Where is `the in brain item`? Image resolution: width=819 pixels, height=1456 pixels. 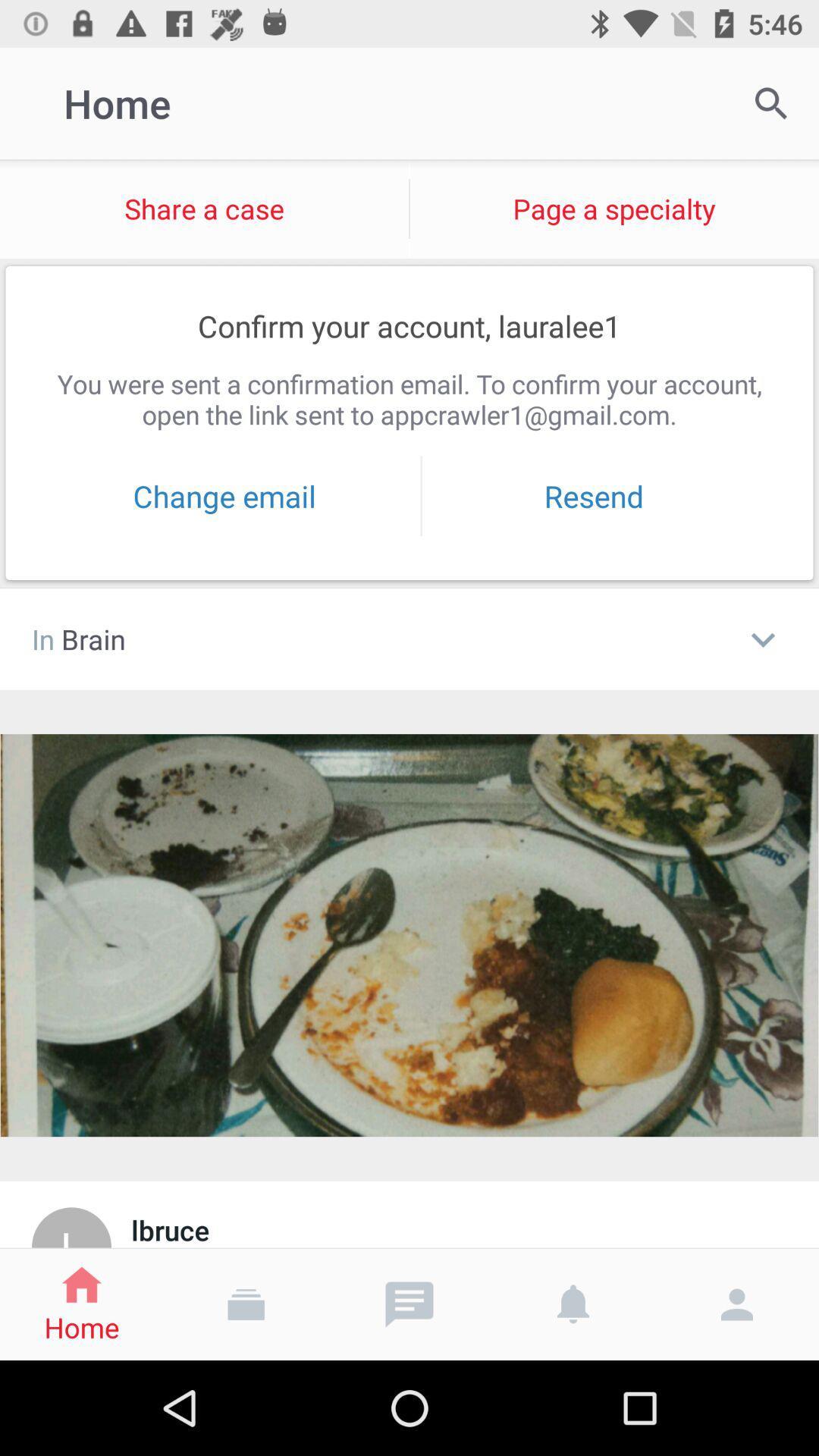
the in brain item is located at coordinates (378, 639).